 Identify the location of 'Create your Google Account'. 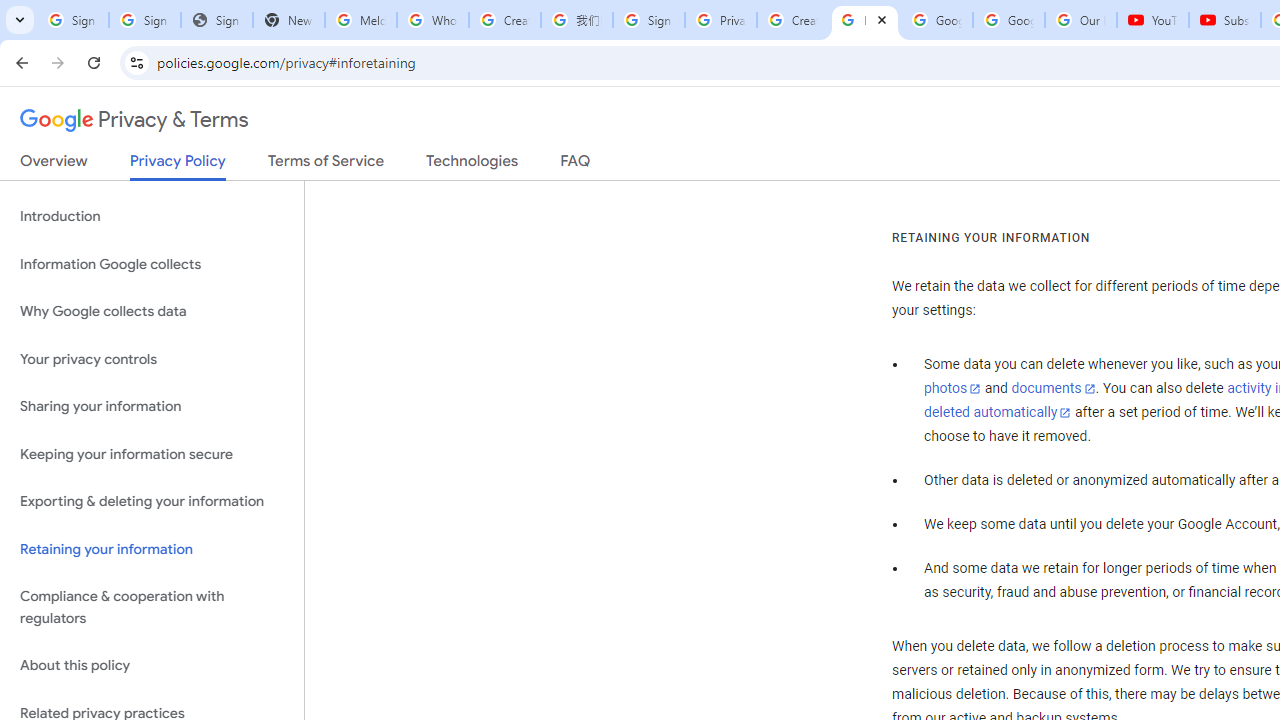
(791, 20).